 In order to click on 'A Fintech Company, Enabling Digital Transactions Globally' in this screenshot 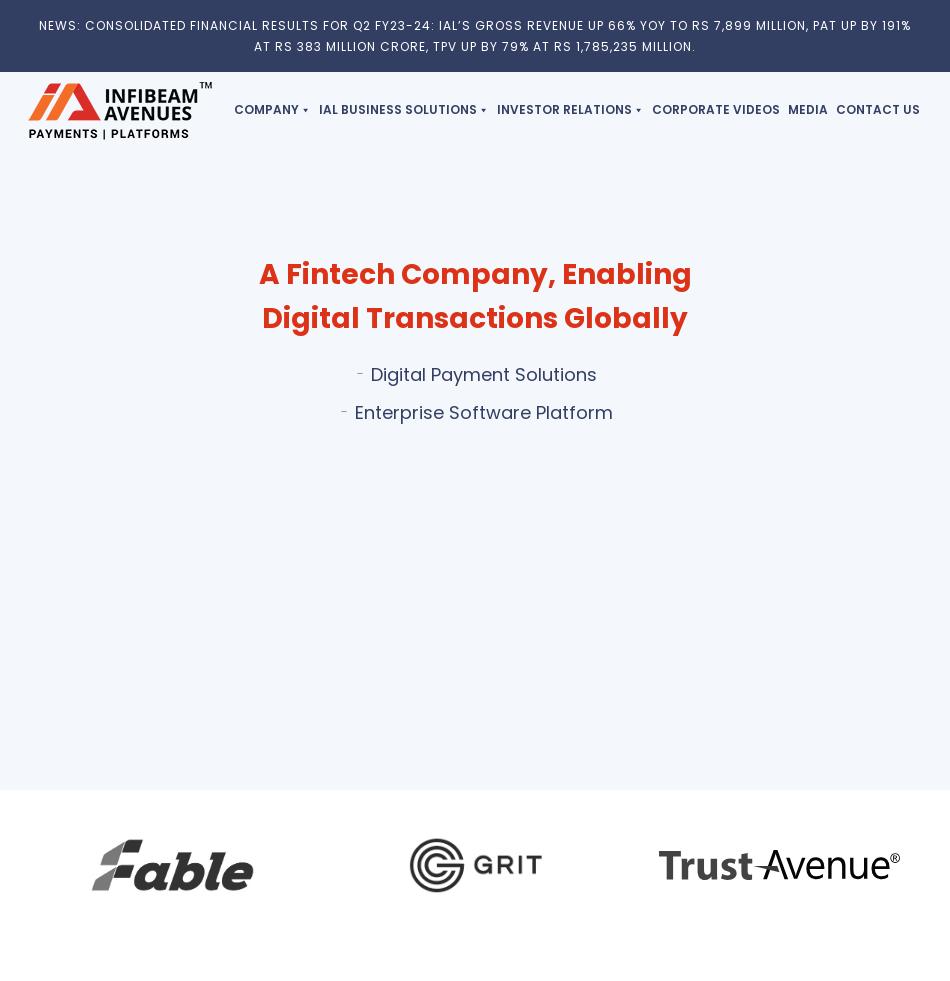, I will do `click(257, 295)`.